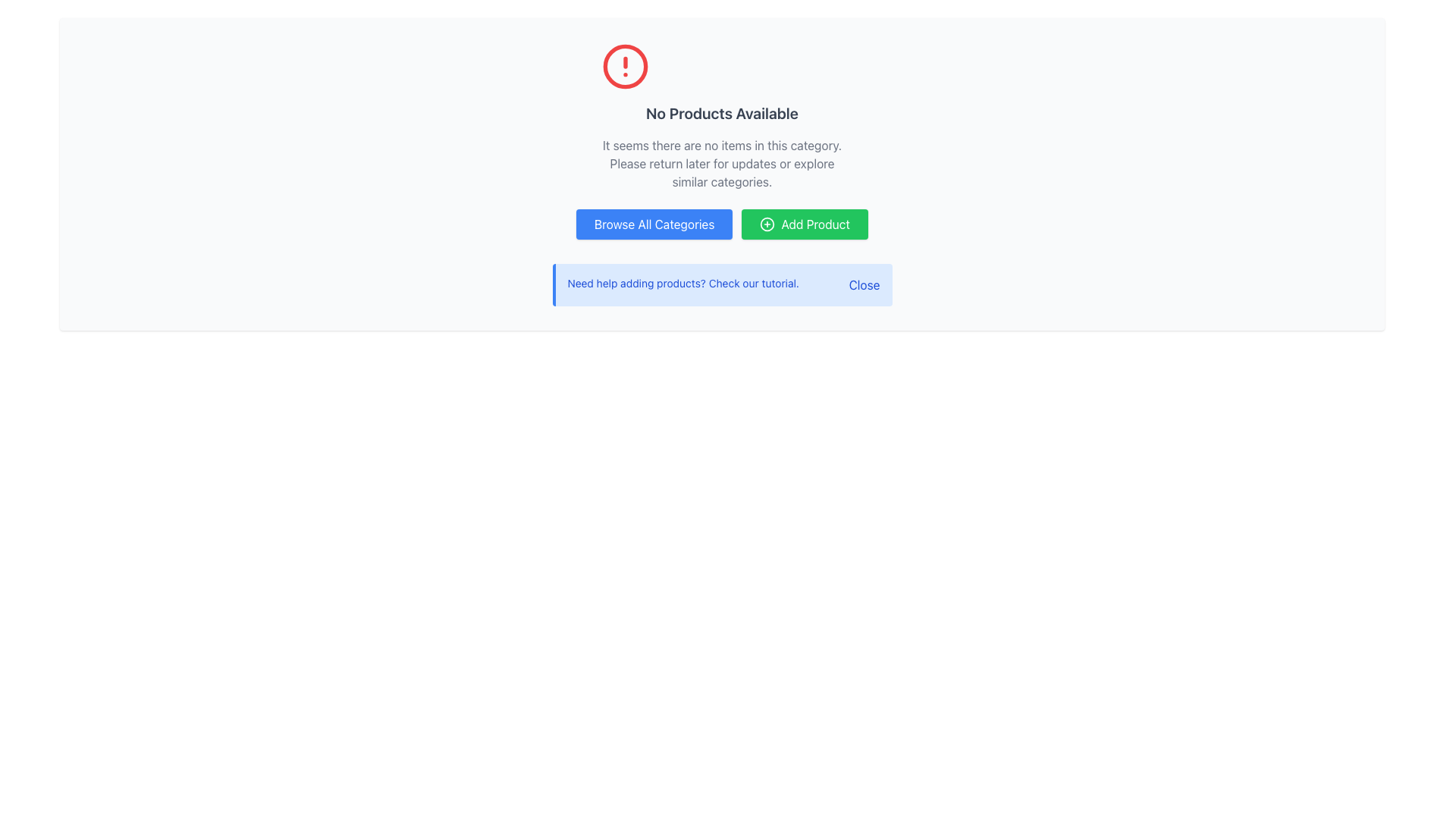  What do you see at coordinates (654, 224) in the screenshot?
I see `the button that directs users to browse all categories, located slightly below the 'no products available' section and to the left of the 'Add Product' button, to trigger visual feedback` at bounding box center [654, 224].